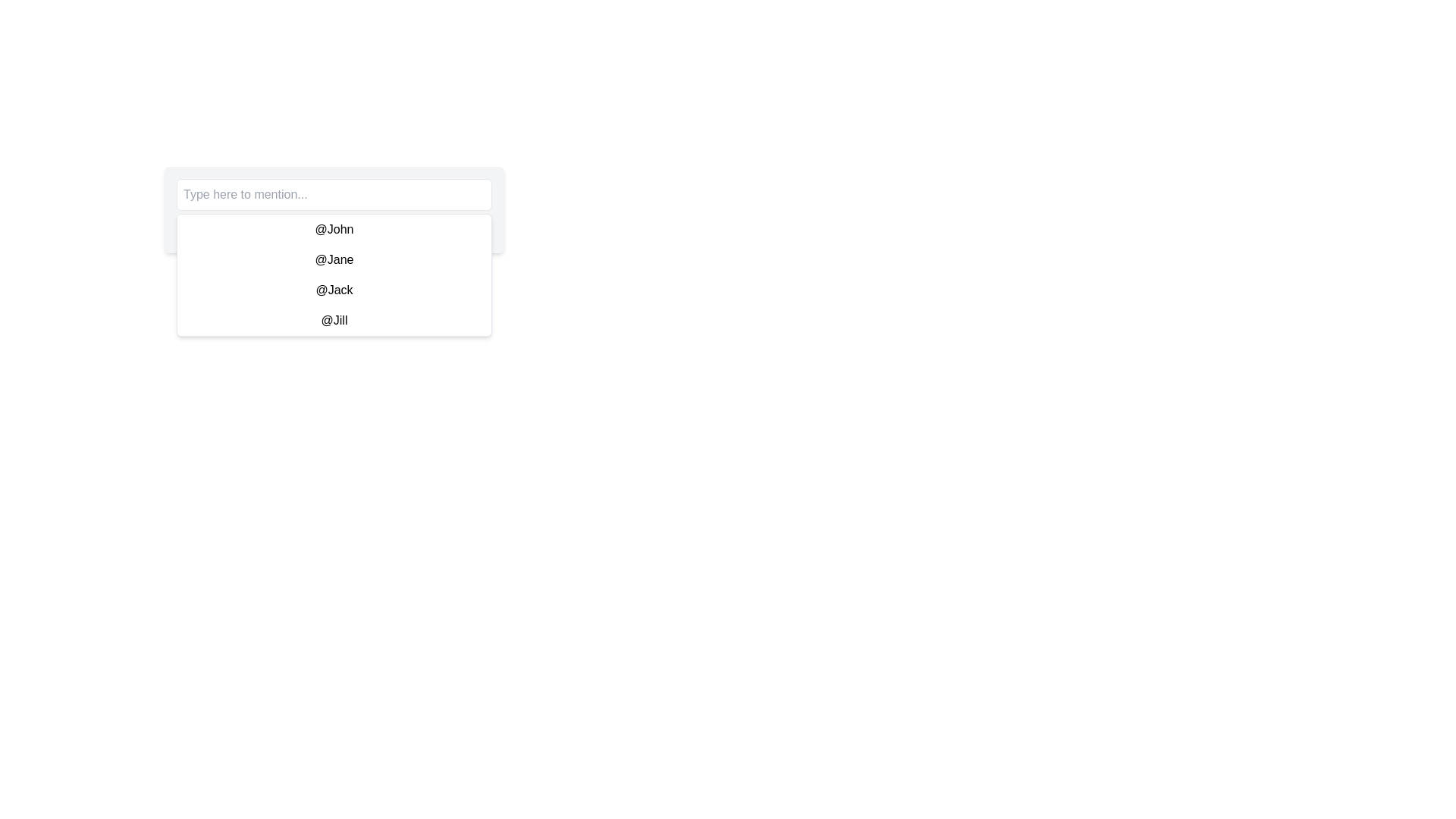 The image size is (1456, 819). I want to click on to select the text label '@Jill' which is the fourth item in the dropdown menu, displayed in a sans-serif font style and black color, so click(334, 320).